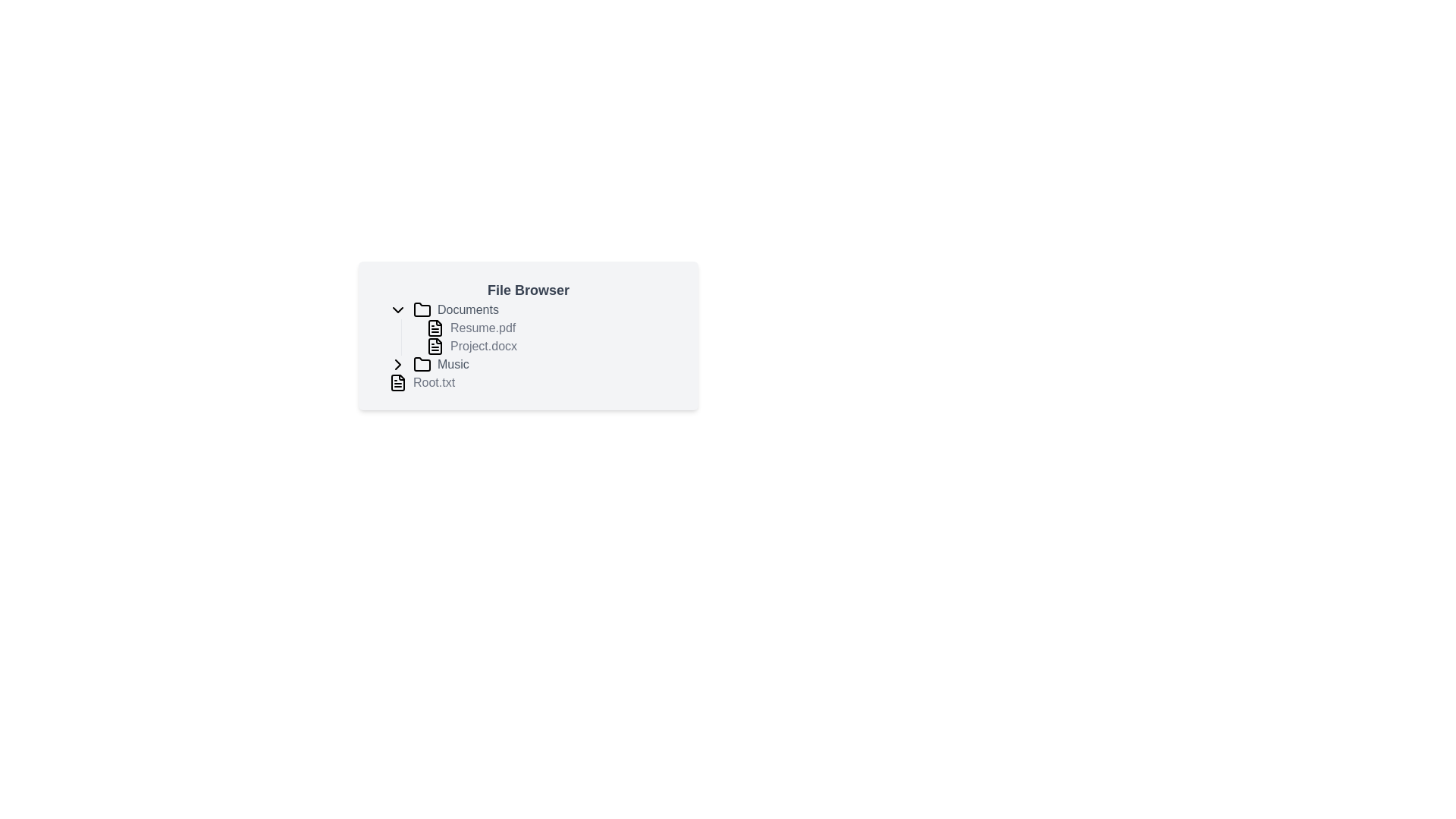  Describe the element at coordinates (552, 346) in the screenshot. I see `on the file item 'Project.docx' in the file browser` at that location.